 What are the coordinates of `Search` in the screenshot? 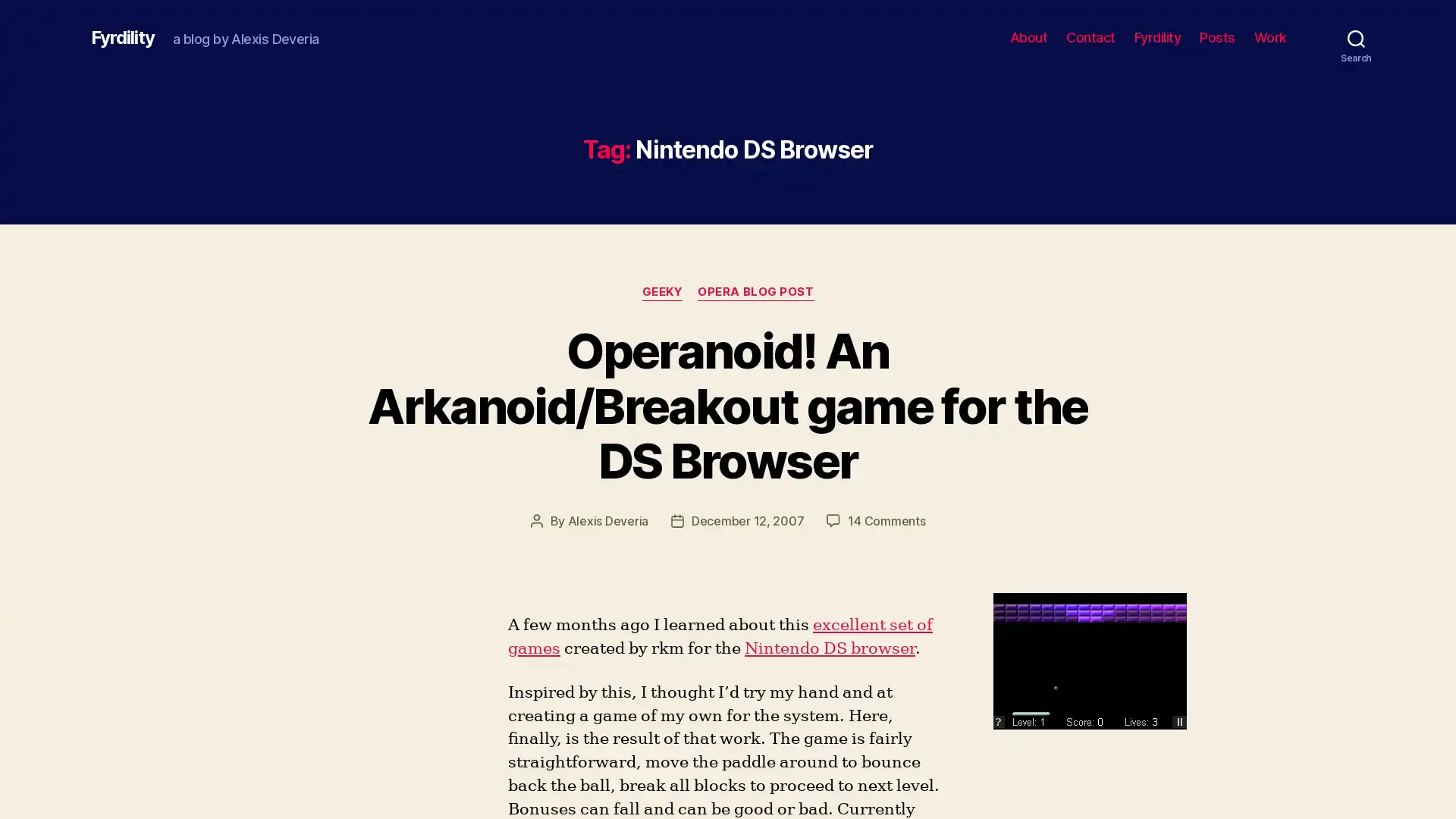 It's located at (1356, 37).